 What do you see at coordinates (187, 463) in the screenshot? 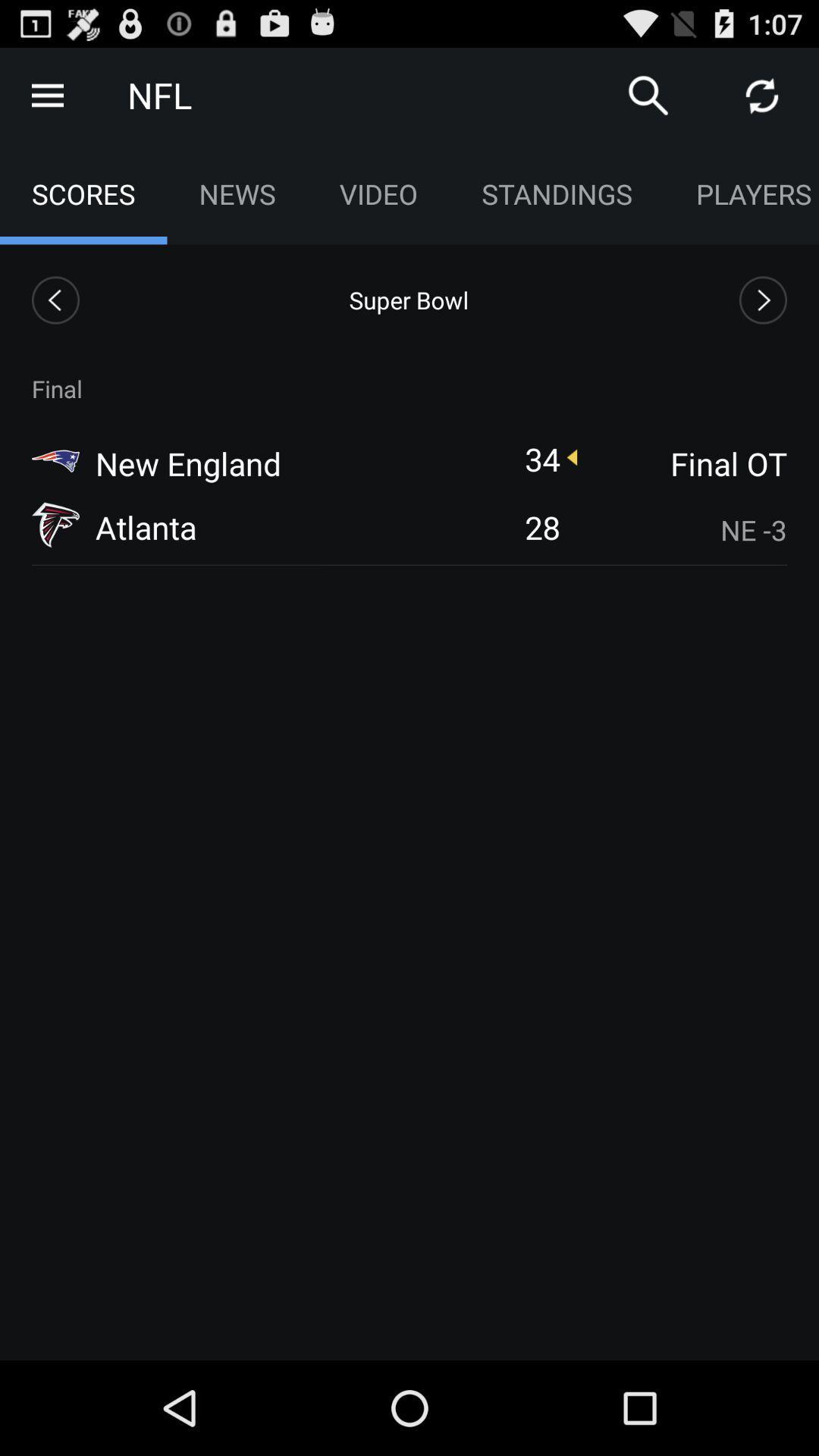
I see `icon above atlanta` at bounding box center [187, 463].